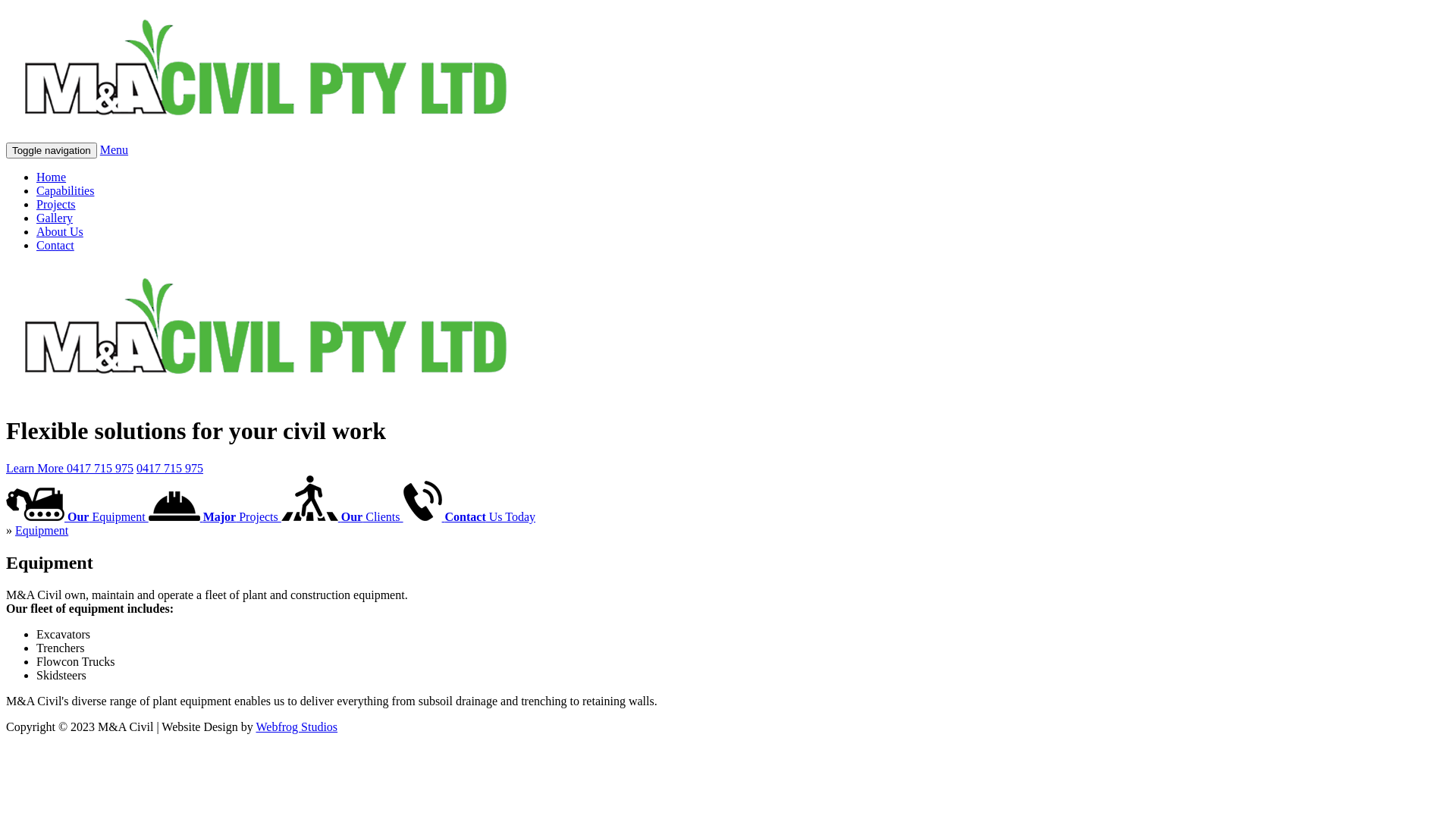 The width and height of the screenshot is (1456, 819). What do you see at coordinates (170, 467) in the screenshot?
I see `'0417 715 975'` at bounding box center [170, 467].